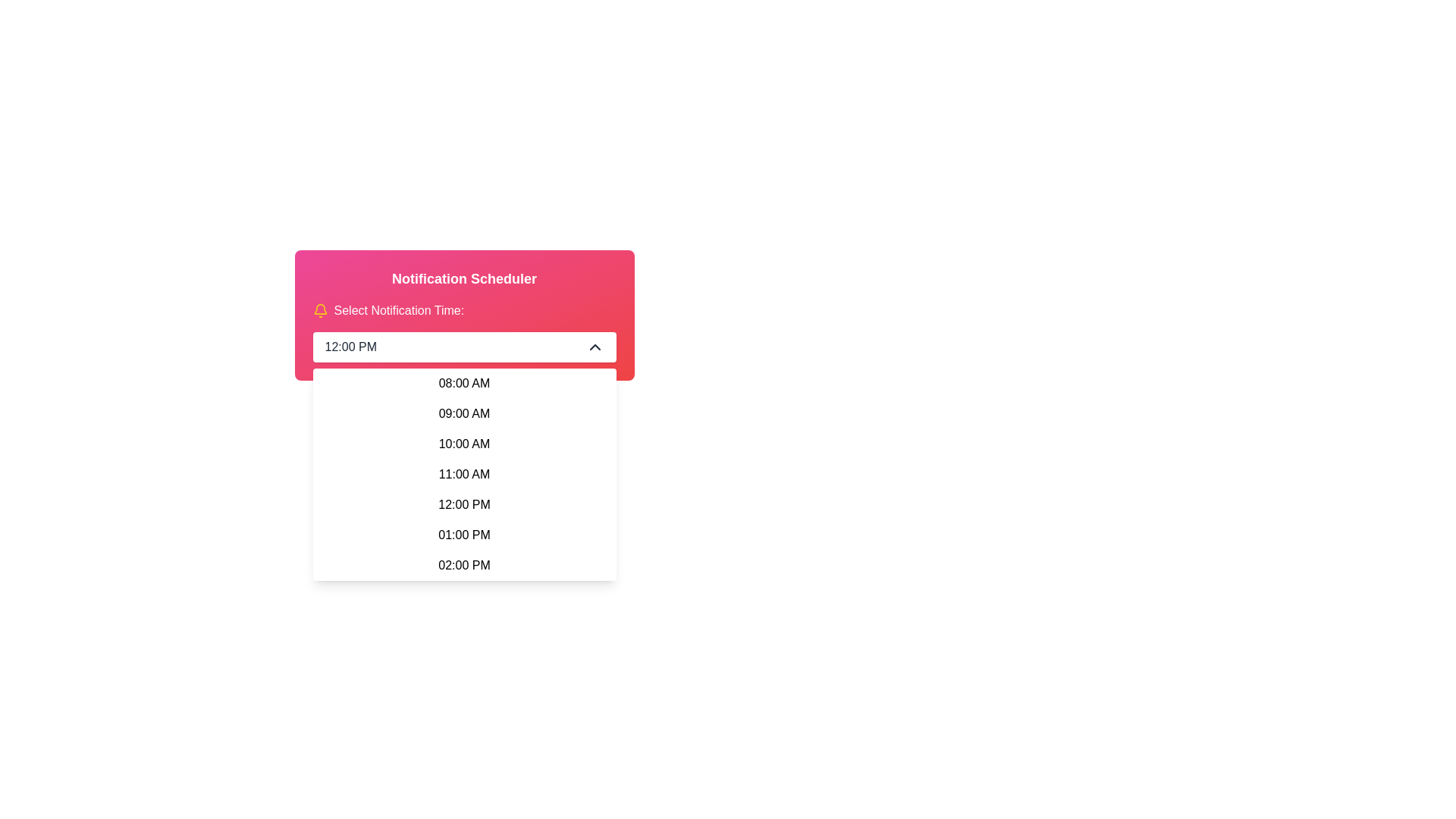  Describe the element at coordinates (463, 347) in the screenshot. I see `the dropdown button that allows users to select a specific time for scheduling notifications, located below the 'Select Notification Time:' label` at that location.